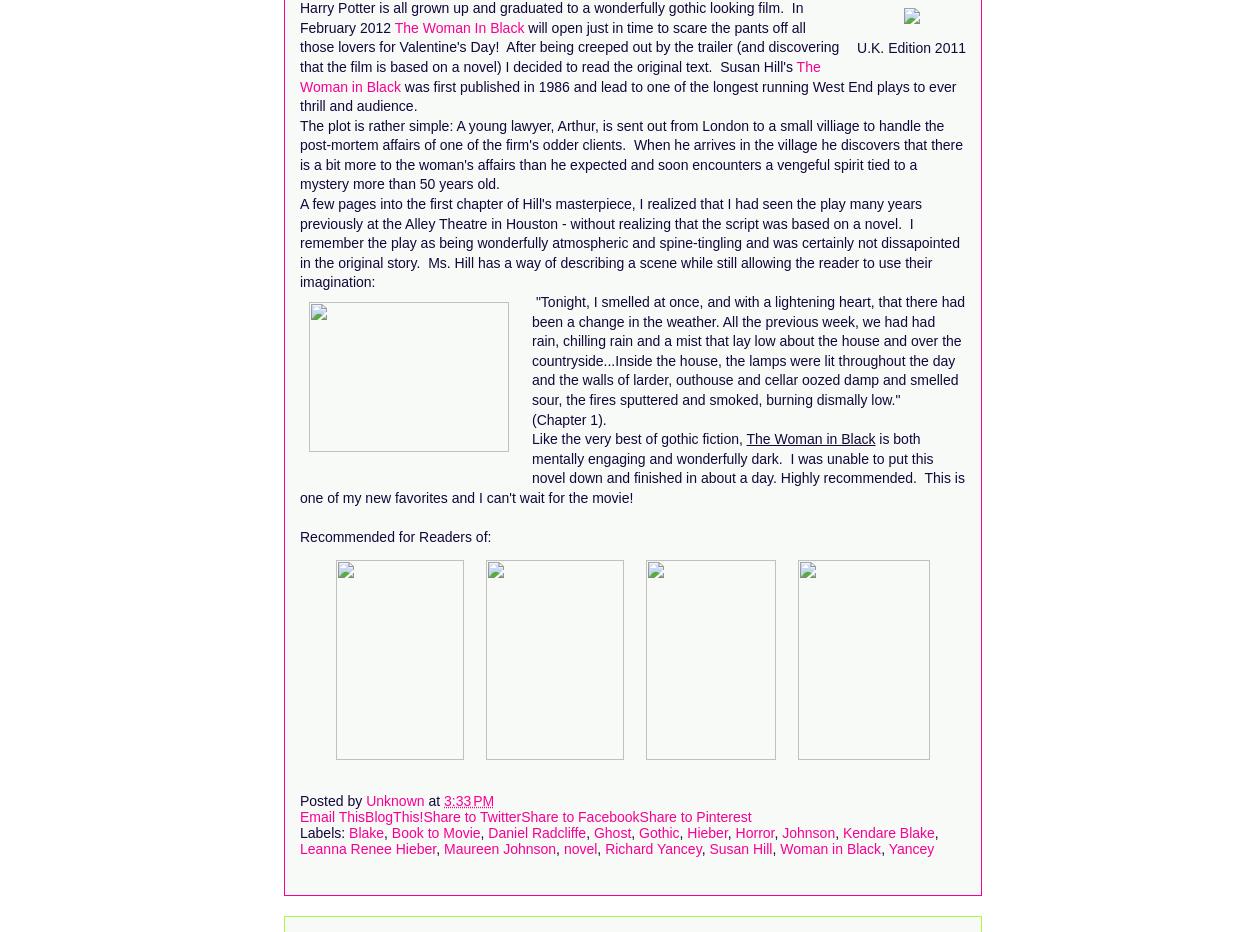  What do you see at coordinates (632, 466) in the screenshot?
I see `'is both mentally engaging and wonderfully dark.  I was unable to put this novel down and finished in about a day. Highly recommended.  This is one of my new favorites and I can't wait for the movie!'` at bounding box center [632, 466].